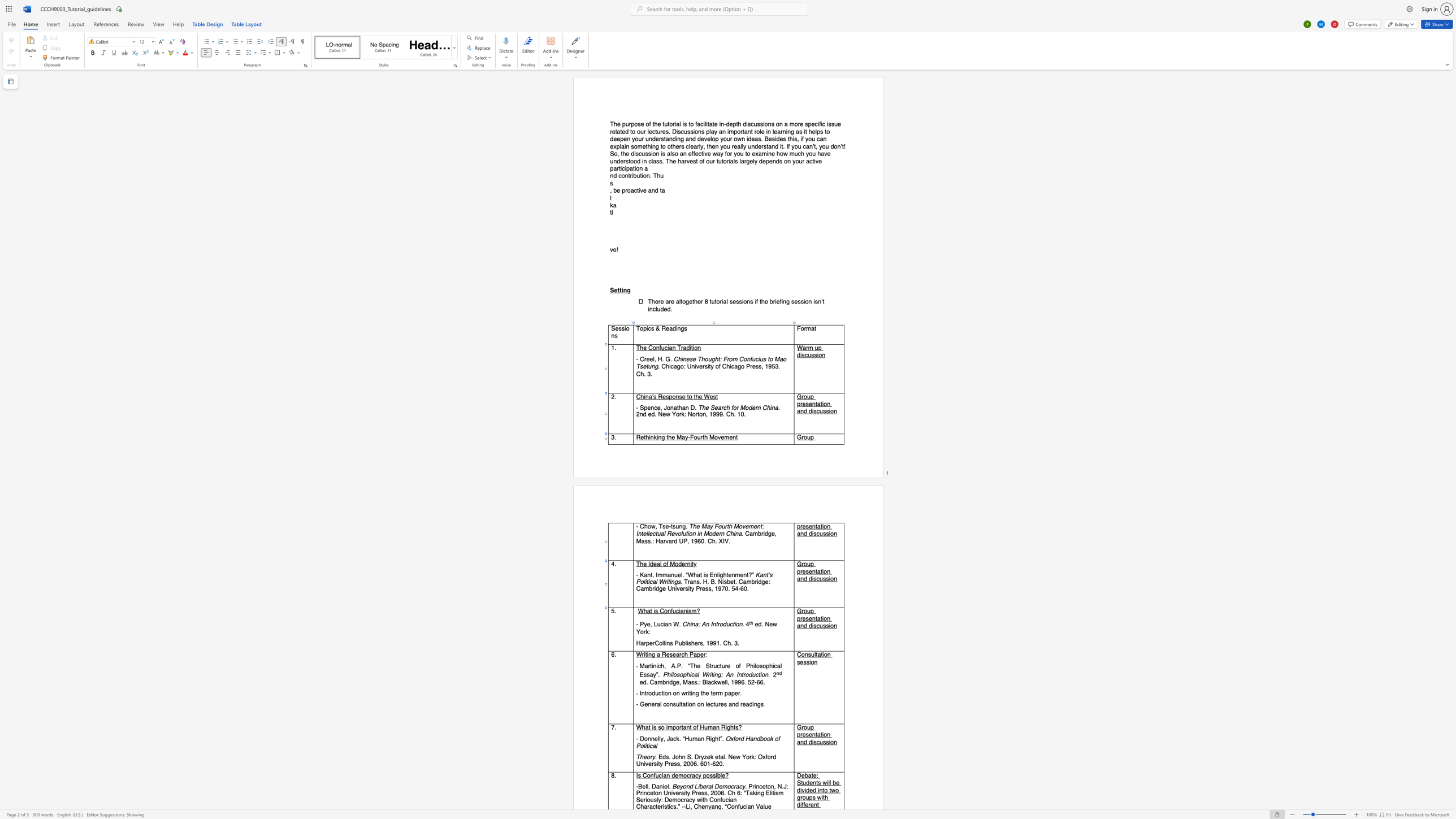 The width and height of the screenshot is (1456, 819). I want to click on the 3th character "i" in the text, so click(829, 579).